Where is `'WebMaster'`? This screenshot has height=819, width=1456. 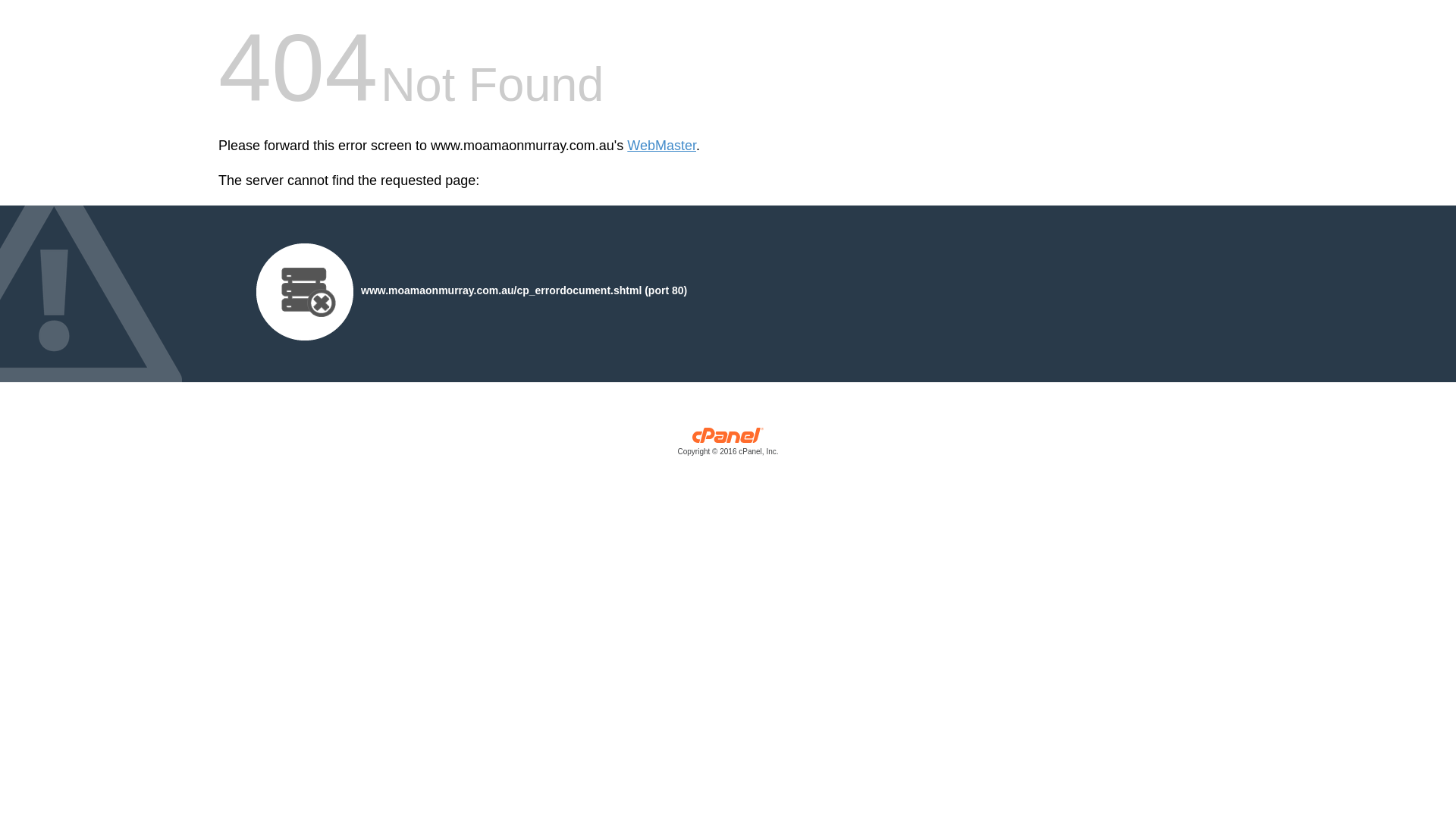 'WebMaster' is located at coordinates (661, 146).